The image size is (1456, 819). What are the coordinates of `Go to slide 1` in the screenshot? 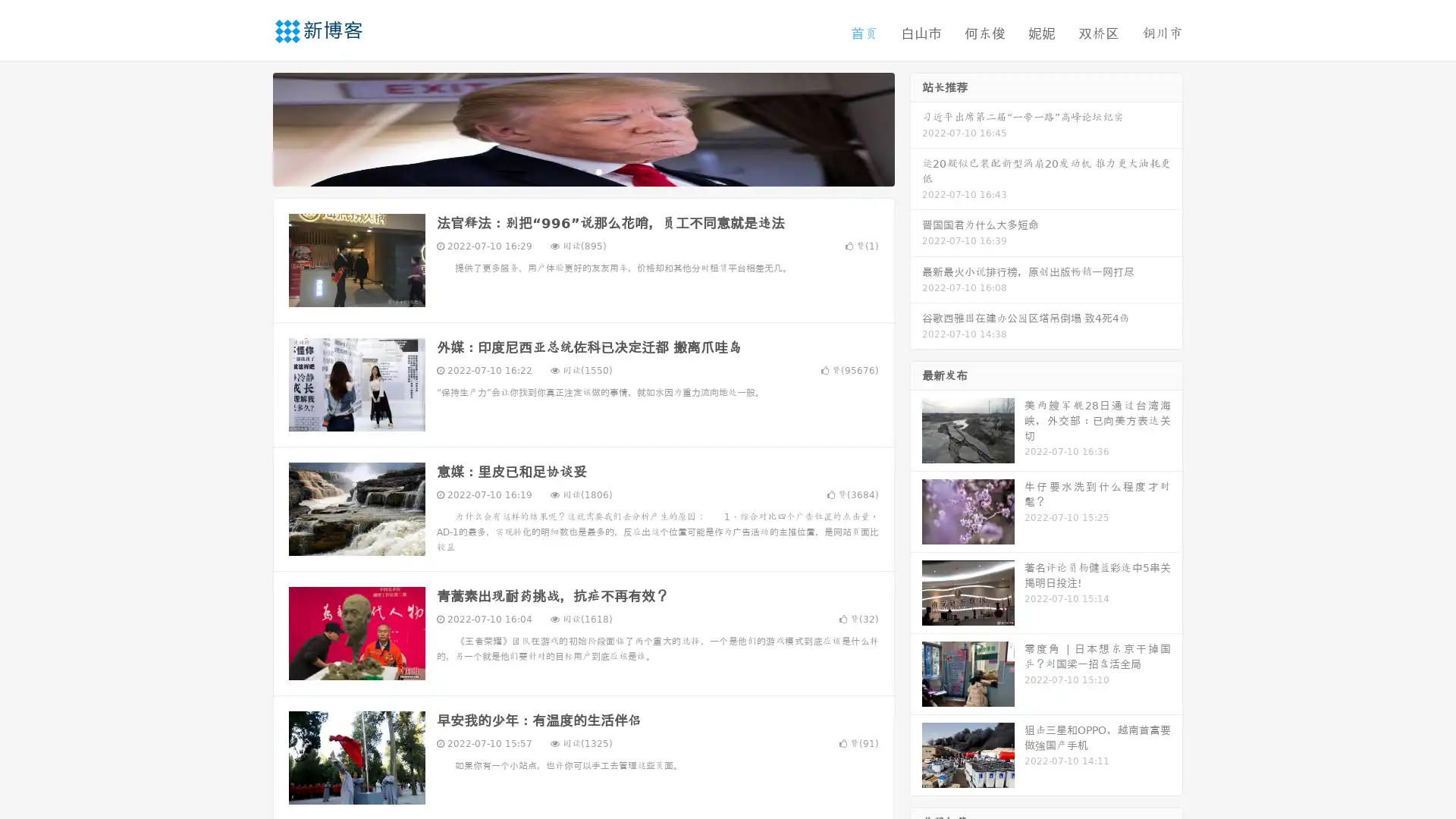 It's located at (567, 171).